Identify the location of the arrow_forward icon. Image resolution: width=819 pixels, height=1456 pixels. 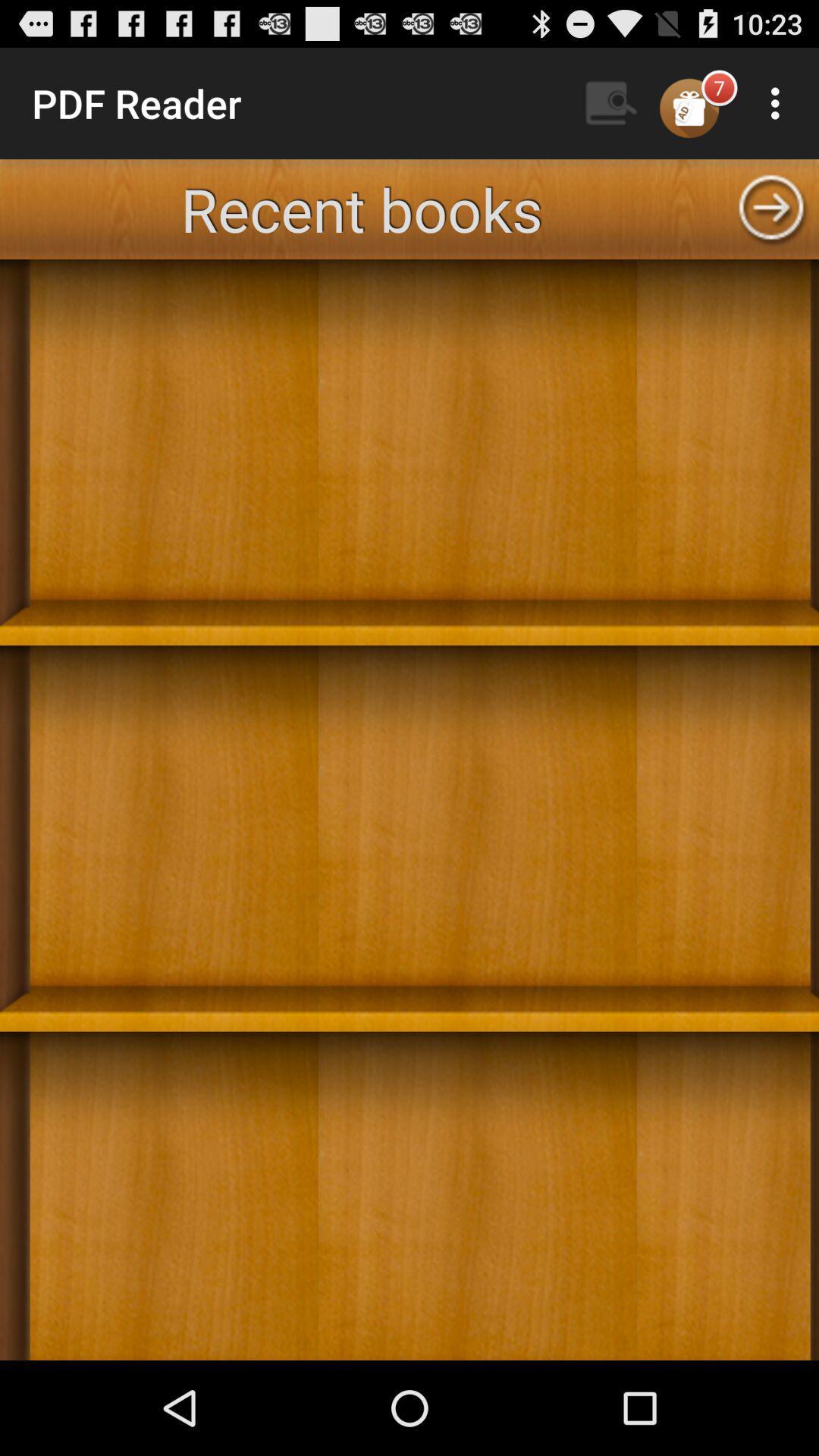
(771, 223).